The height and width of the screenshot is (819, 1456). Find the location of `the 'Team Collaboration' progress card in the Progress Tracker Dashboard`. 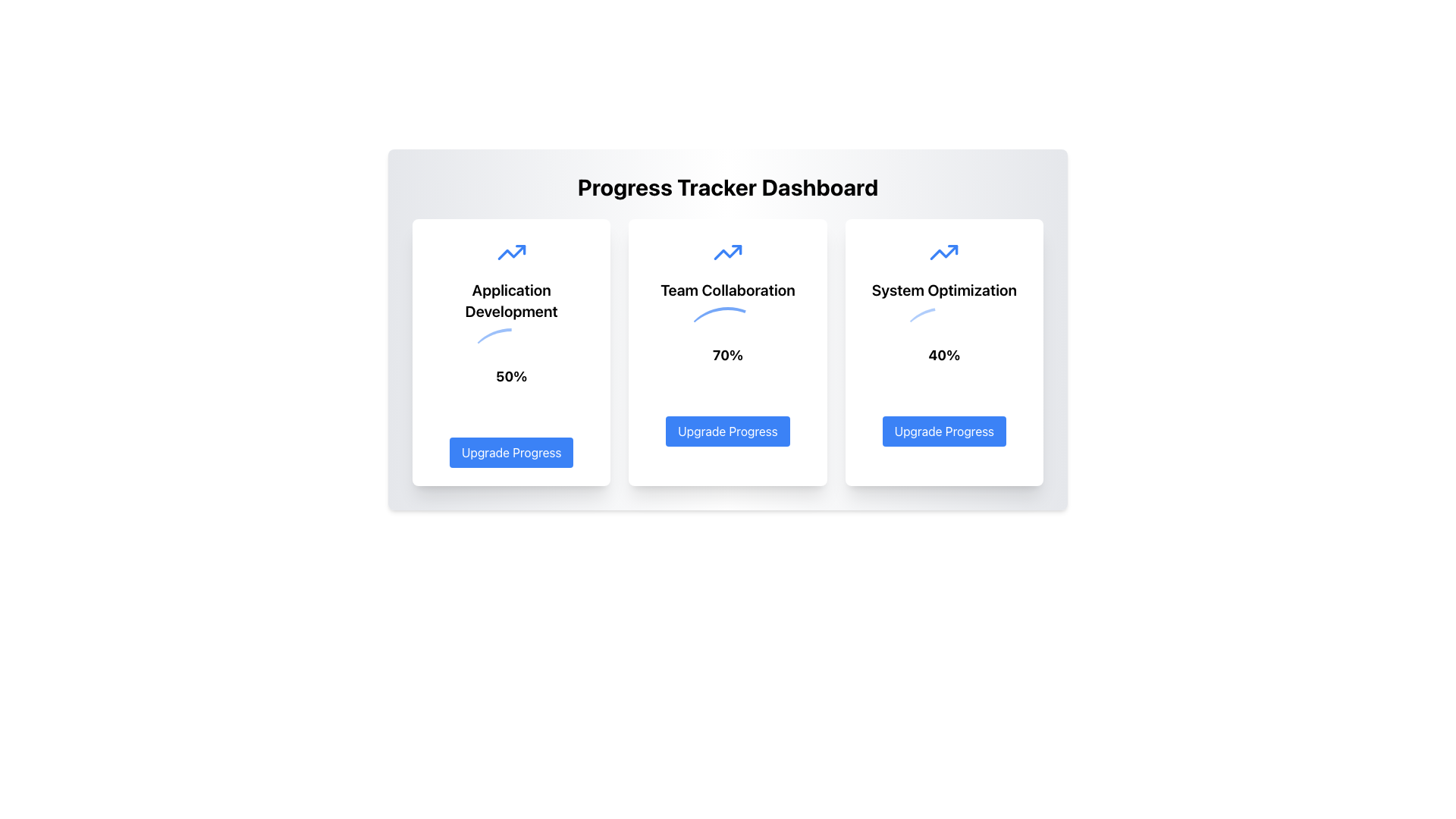

the 'Team Collaboration' progress card in the Progress Tracker Dashboard is located at coordinates (728, 329).